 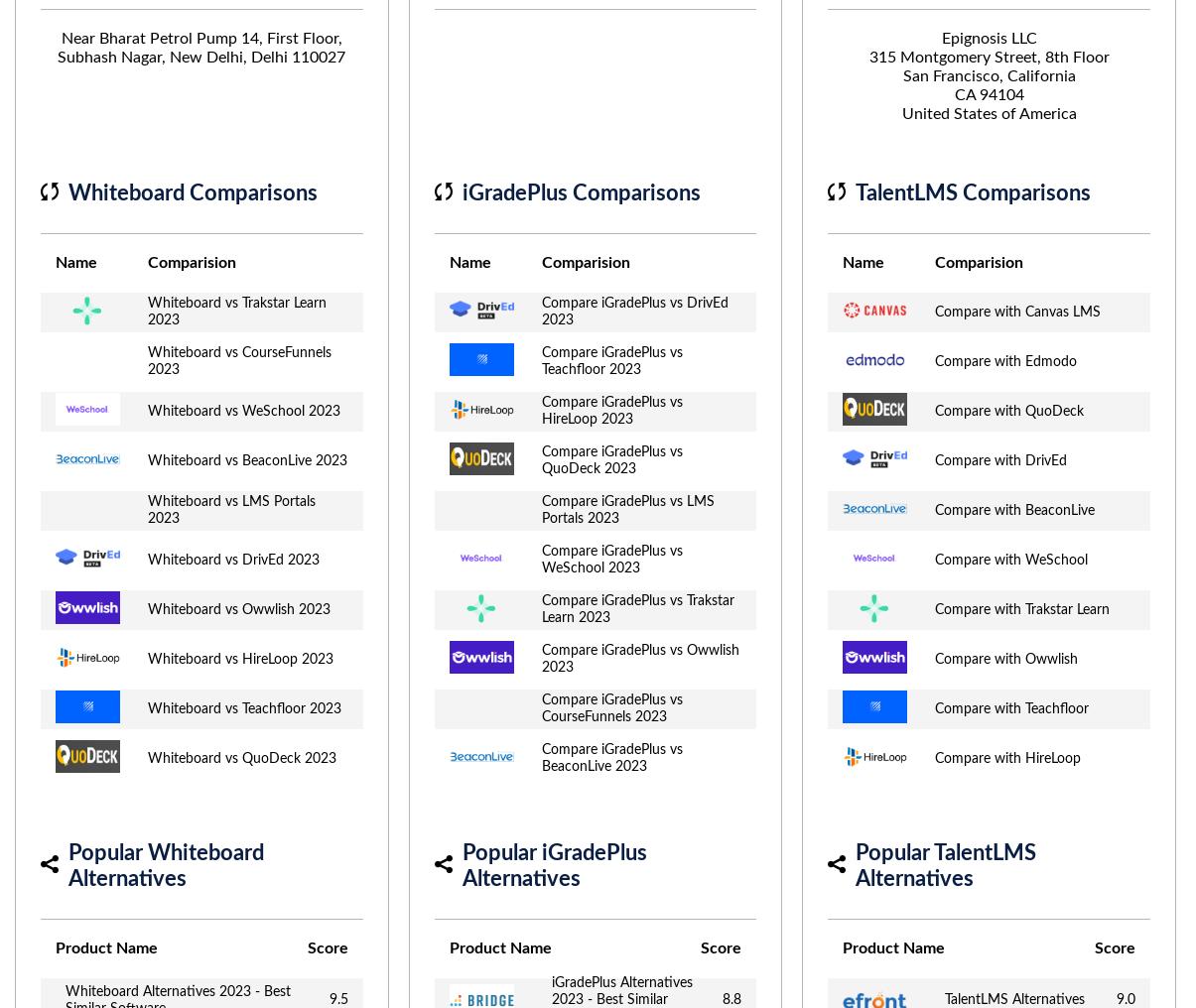 What do you see at coordinates (934, 508) in the screenshot?
I see `'Compare with BeaconLive'` at bounding box center [934, 508].